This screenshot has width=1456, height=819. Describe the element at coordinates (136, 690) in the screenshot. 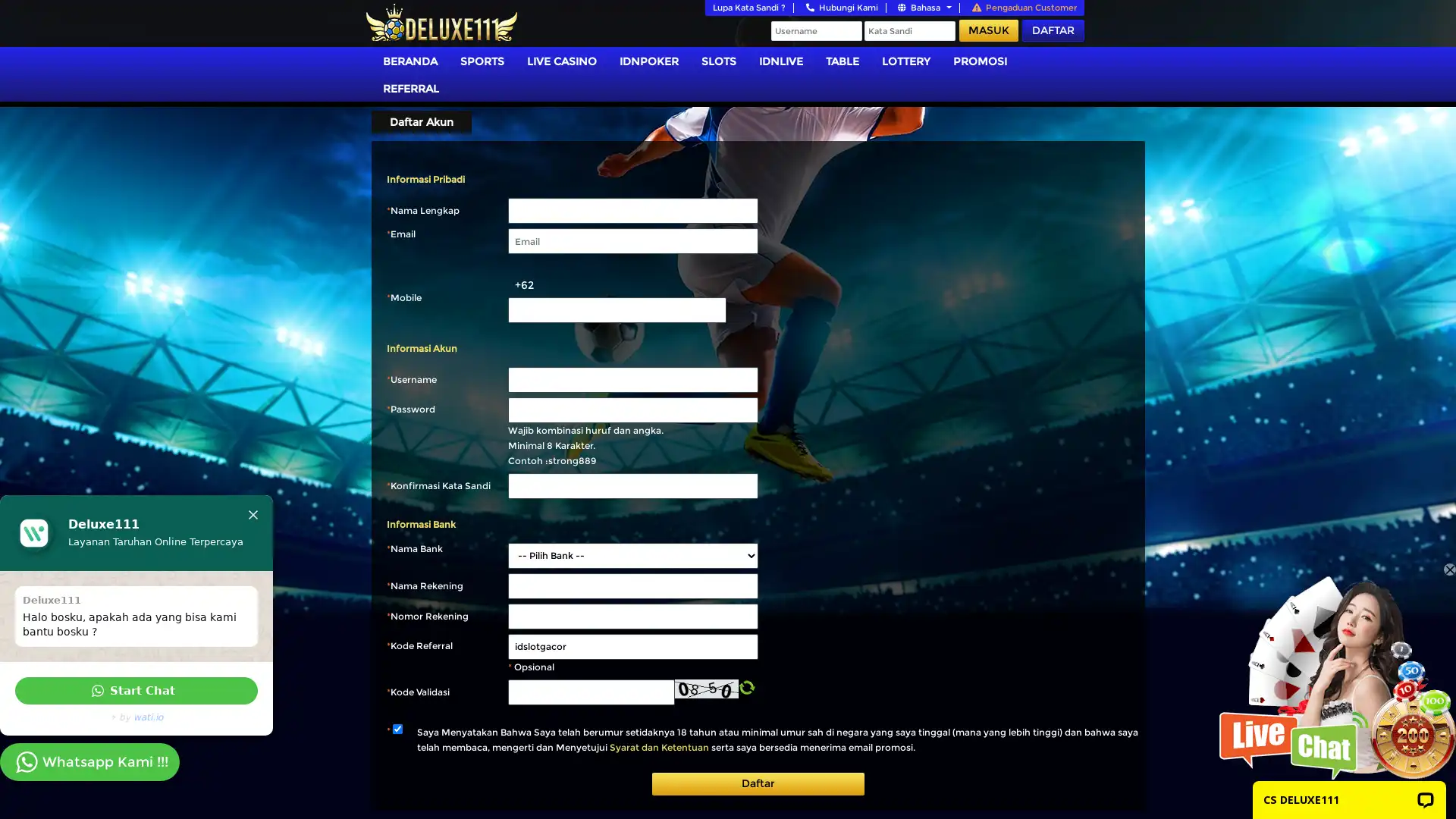

I see `Start Chat` at that location.